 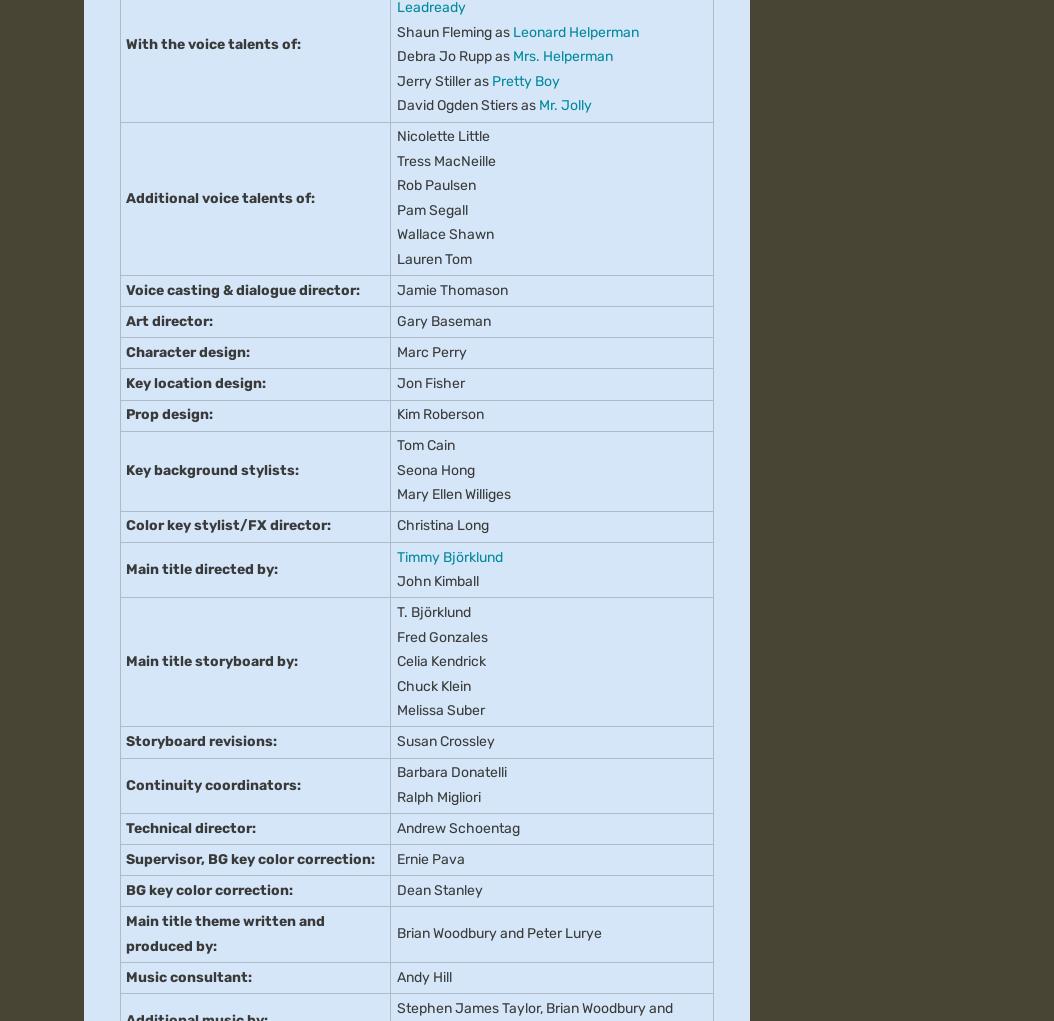 I want to click on 'Press', so click(x=101, y=263).